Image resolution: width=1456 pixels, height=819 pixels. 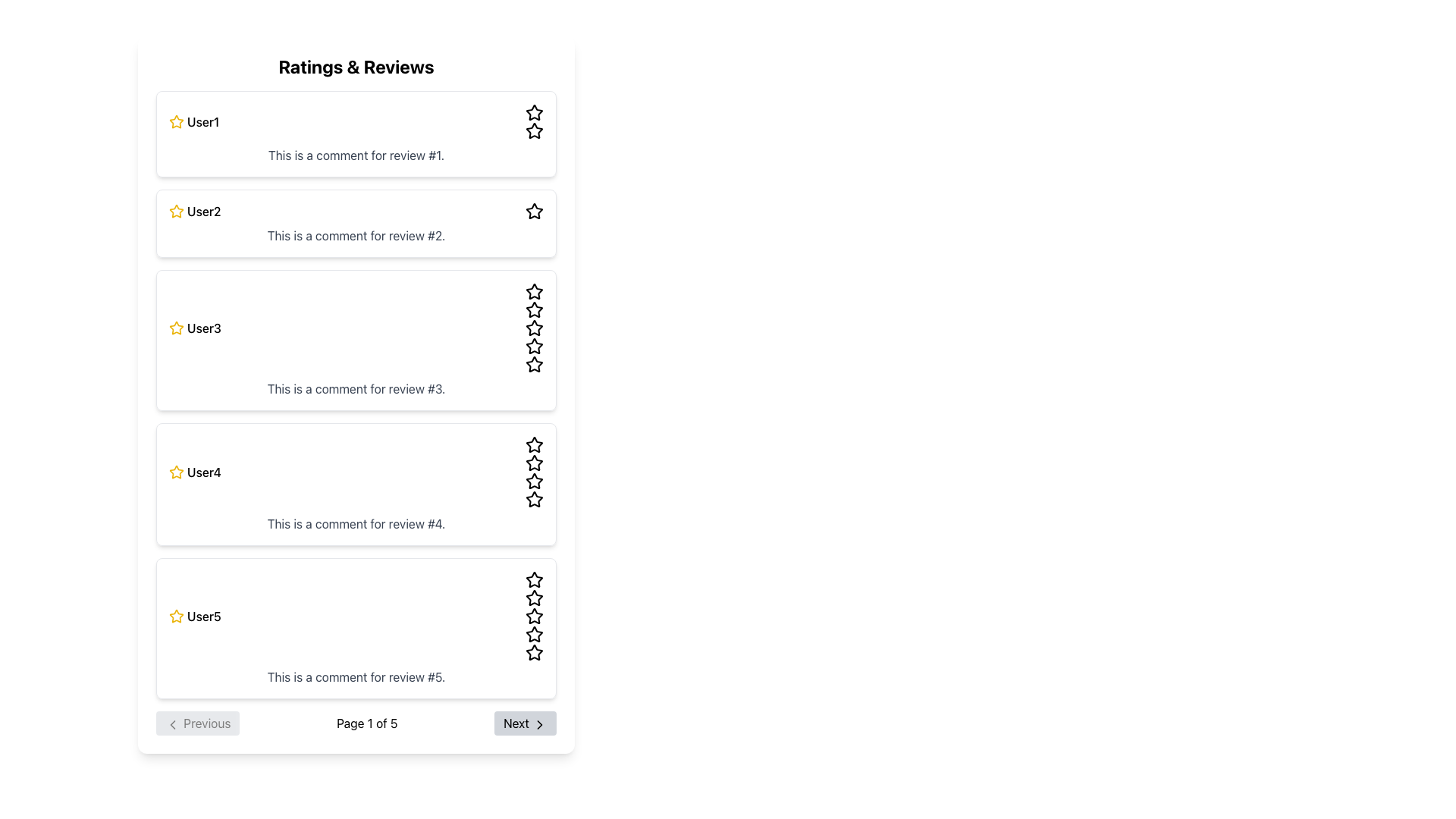 What do you see at coordinates (203, 327) in the screenshot?
I see `the text element displaying 'User3', which is the third user name in a vertically stacked list of reviews` at bounding box center [203, 327].